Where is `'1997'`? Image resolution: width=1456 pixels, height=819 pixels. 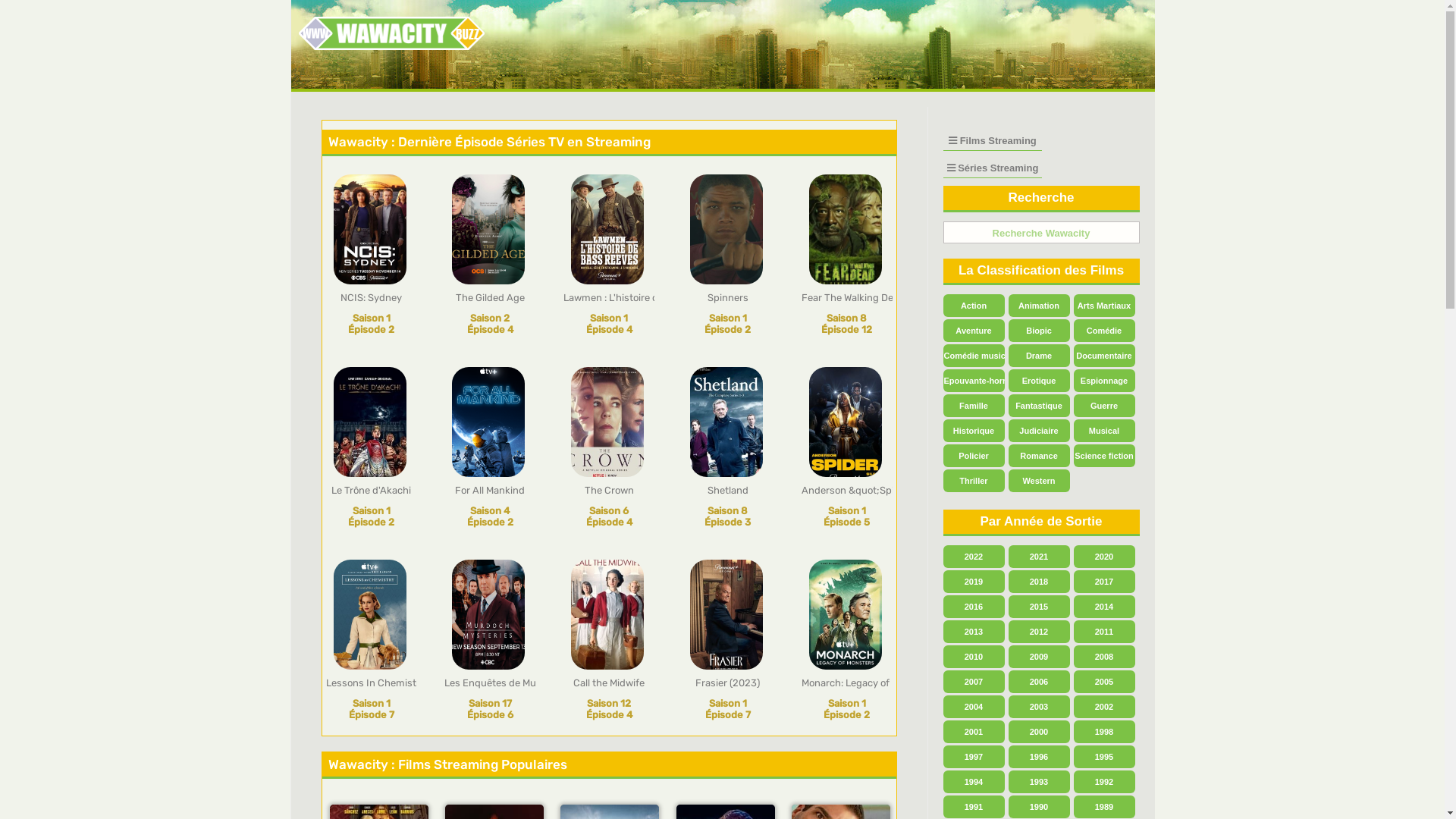
'1997' is located at coordinates (974, 757).